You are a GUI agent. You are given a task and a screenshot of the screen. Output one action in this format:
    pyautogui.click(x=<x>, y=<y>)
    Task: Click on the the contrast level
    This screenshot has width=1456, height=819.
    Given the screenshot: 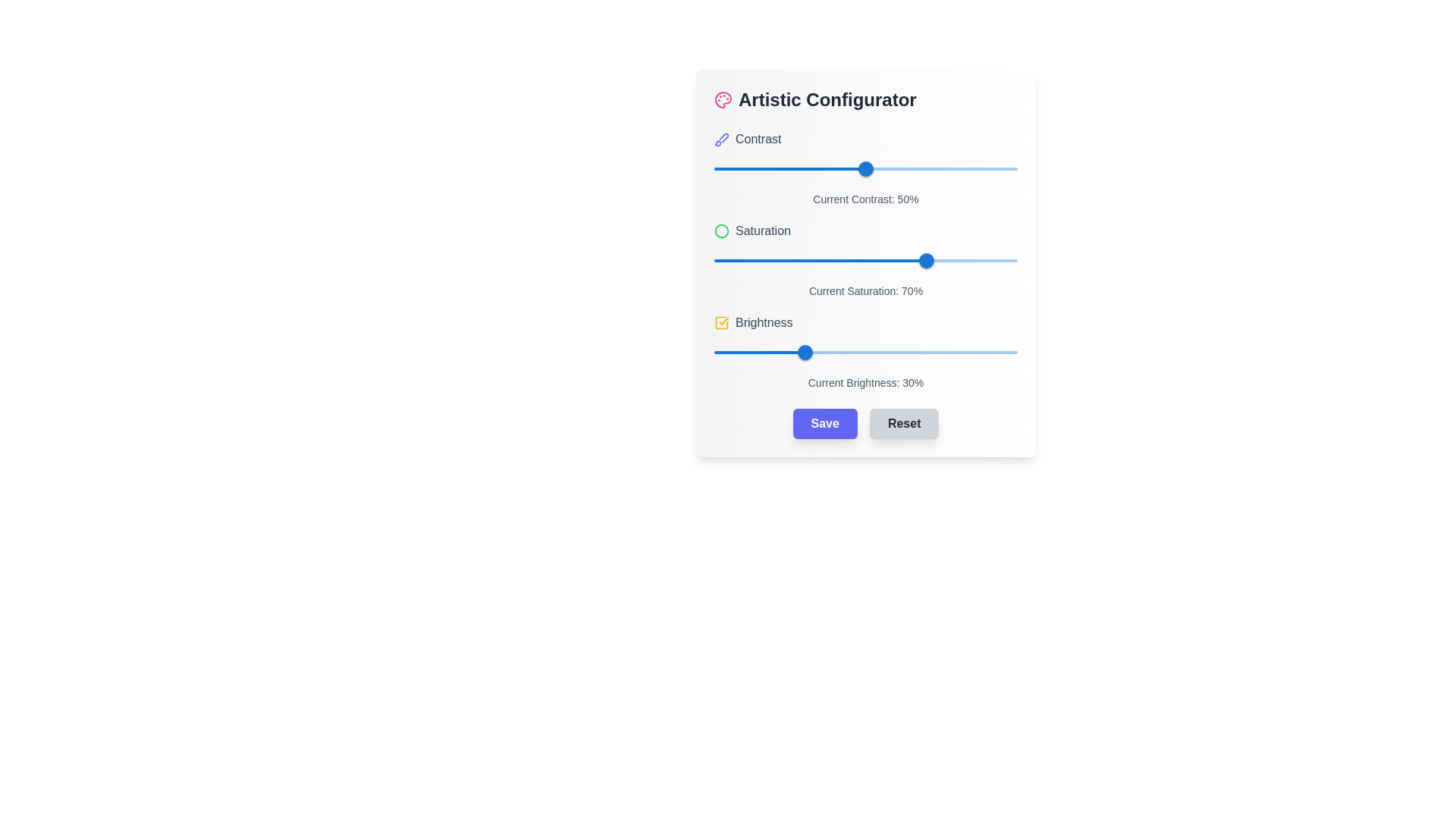 What is the action you would take?
    pyautogui.click(x=729, y=169)
    